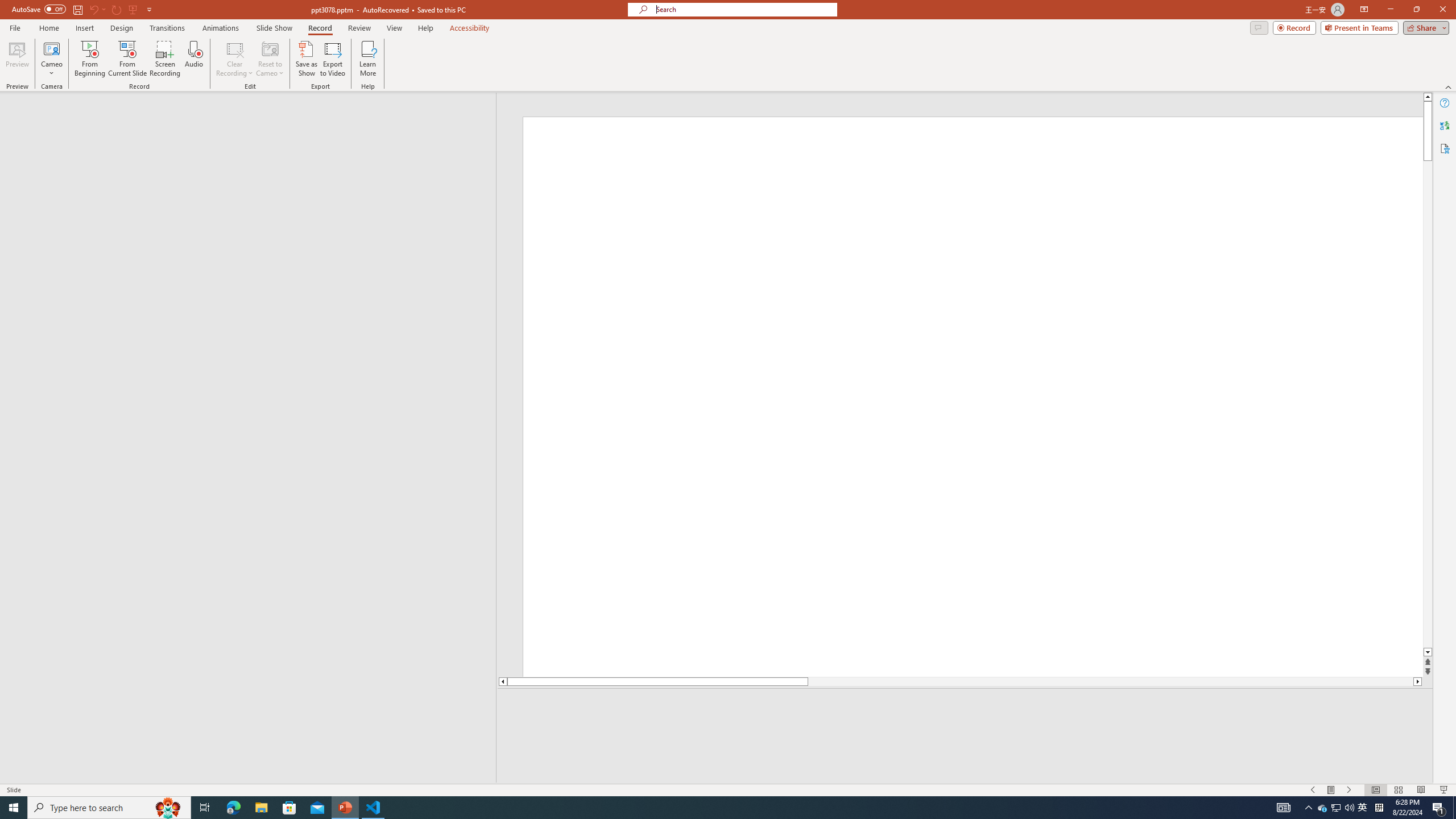 This screenshot has height=819, width=1456. I want to click on 'Clear Recording', so click(234, 59).